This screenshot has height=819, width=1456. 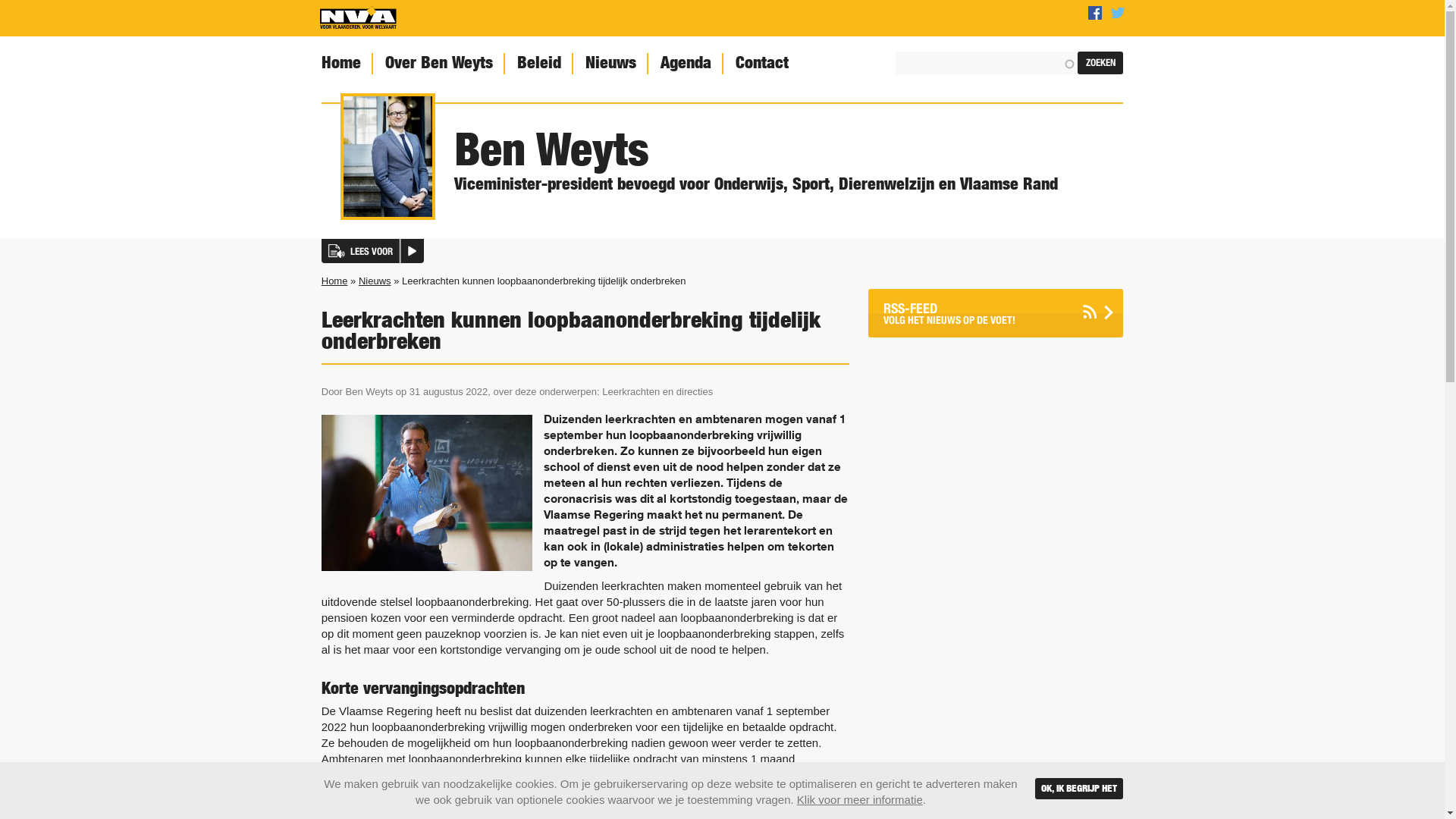 What do you see at coordinates (340, 63) in the screenshot?
I see `'Home'` at bounding box center [340, 63].